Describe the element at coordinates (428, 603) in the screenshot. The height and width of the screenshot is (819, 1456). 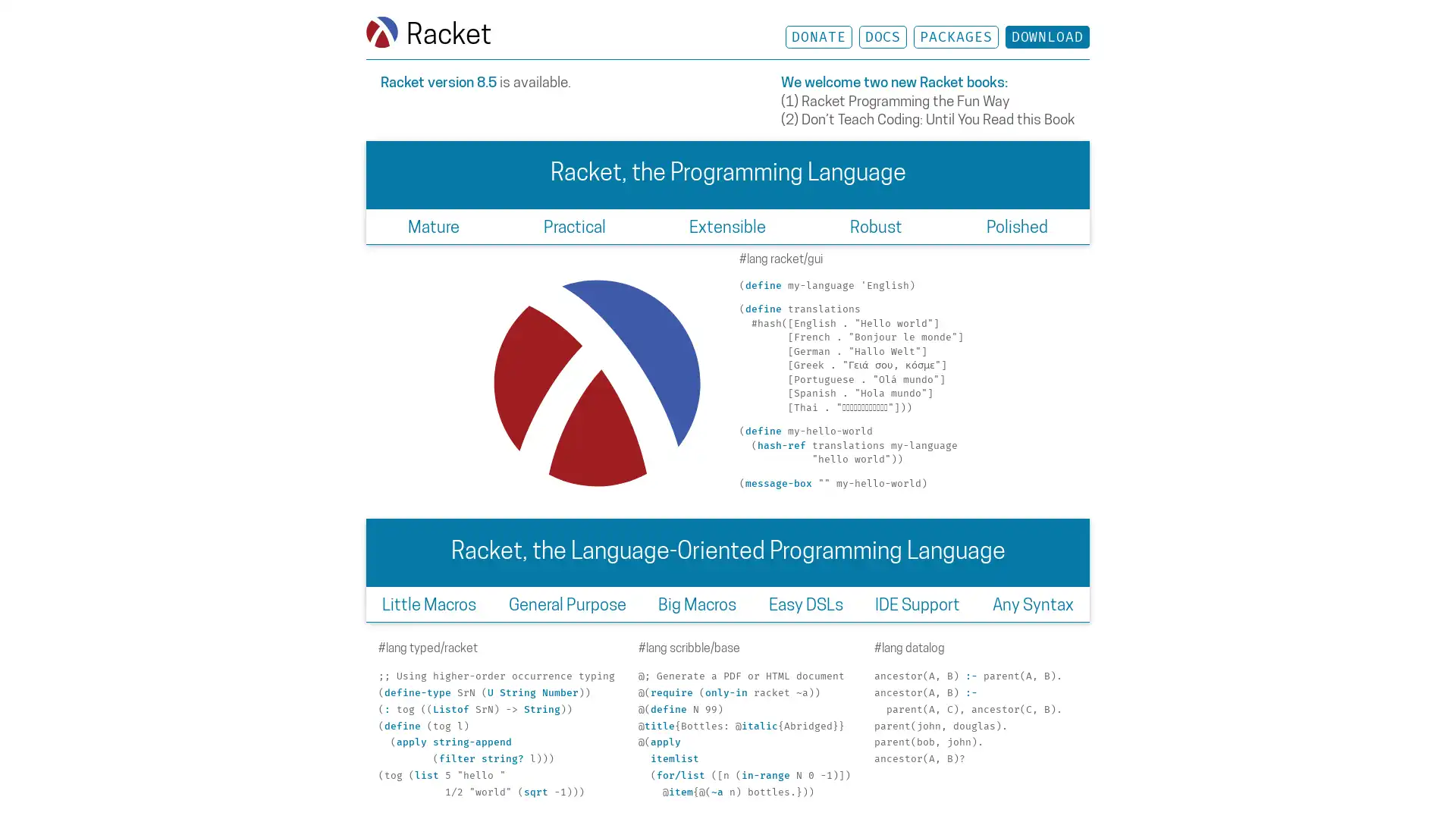
I see `Little Macros` at that location.